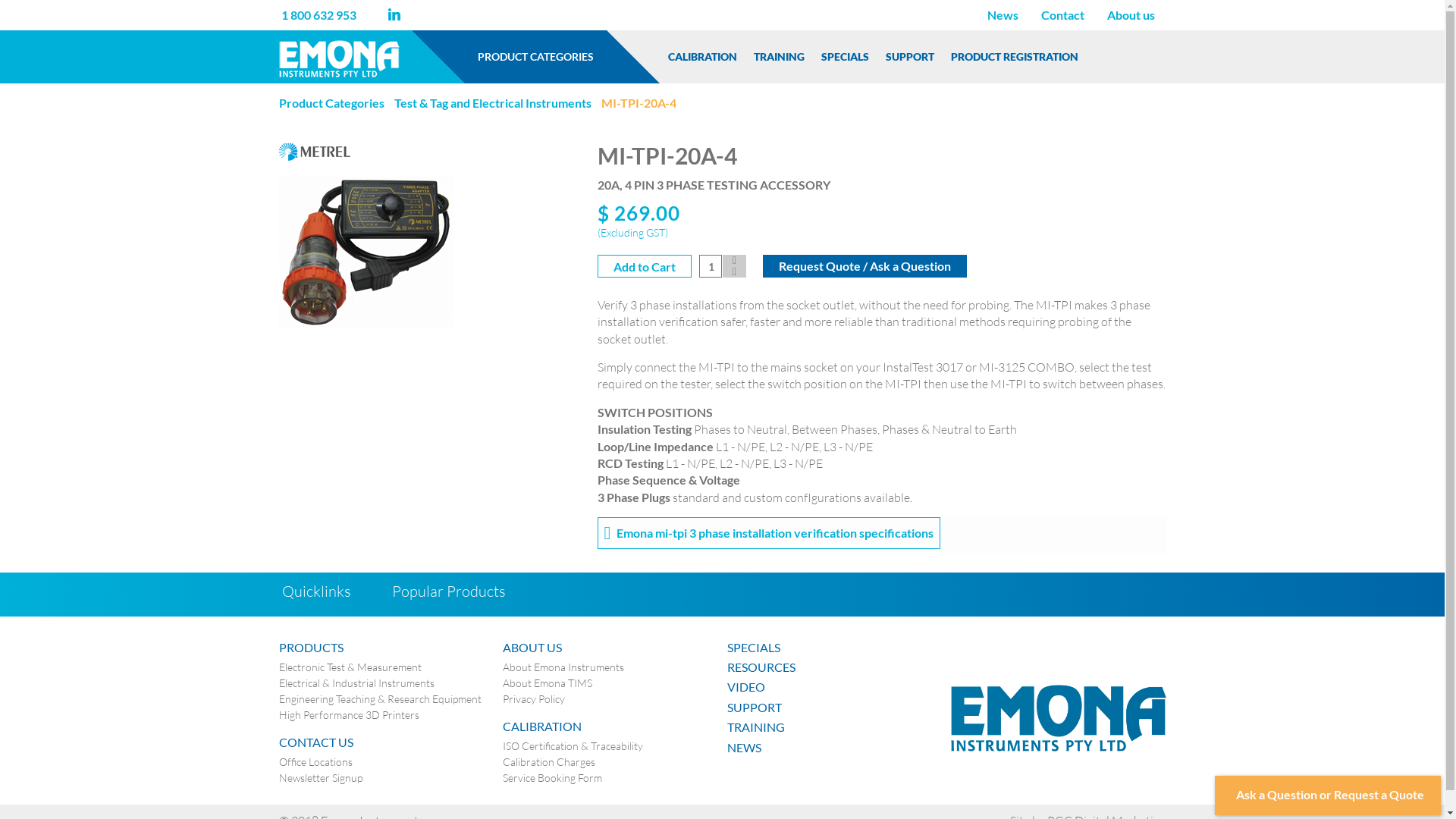 This screenshot has height=819, width=1456. I want to click on 'CALIBRATION', so click(660, 55).